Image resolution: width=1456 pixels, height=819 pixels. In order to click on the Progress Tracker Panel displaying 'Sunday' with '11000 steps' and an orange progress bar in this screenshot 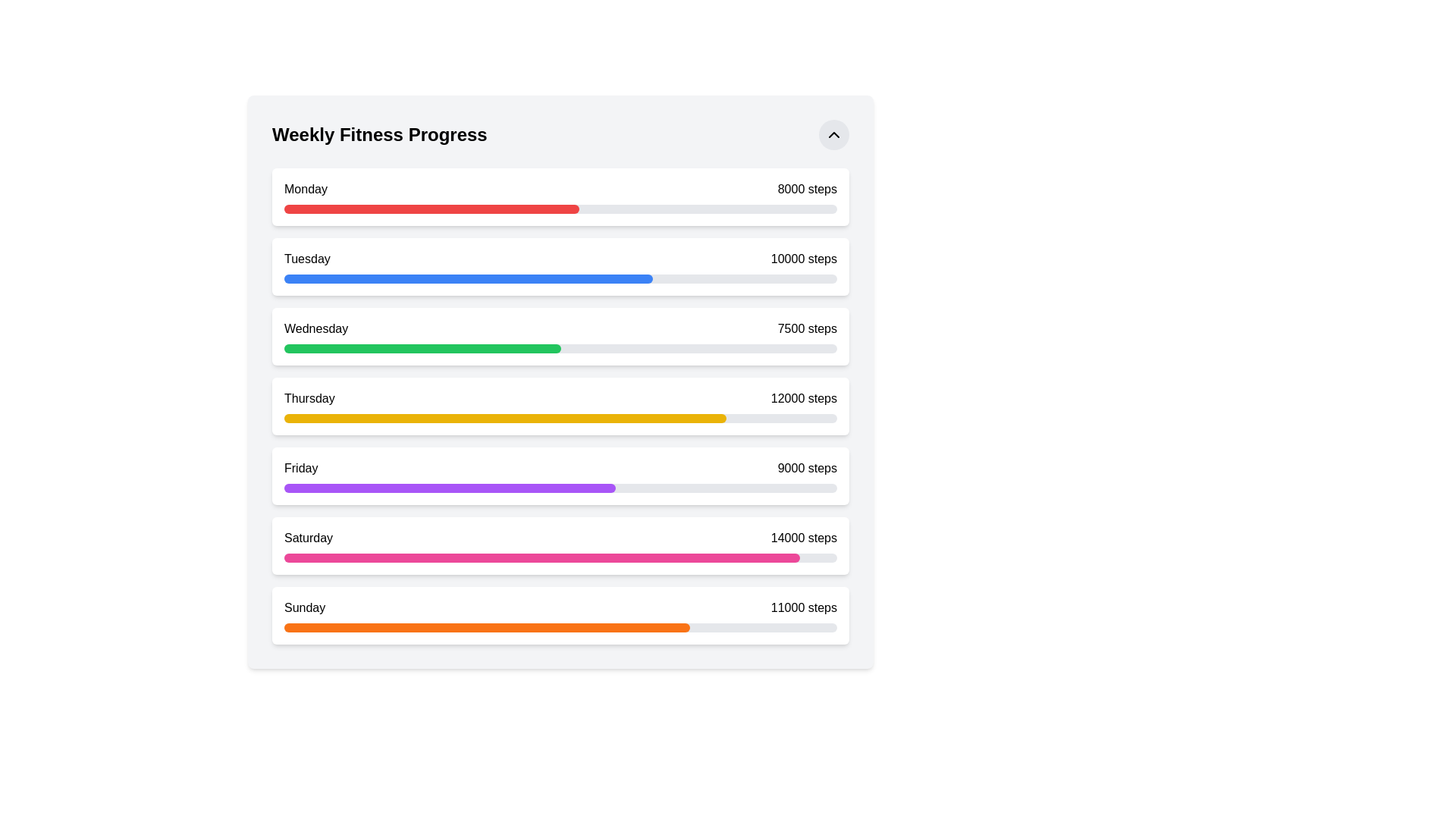, I will do `click(560, 616)`.